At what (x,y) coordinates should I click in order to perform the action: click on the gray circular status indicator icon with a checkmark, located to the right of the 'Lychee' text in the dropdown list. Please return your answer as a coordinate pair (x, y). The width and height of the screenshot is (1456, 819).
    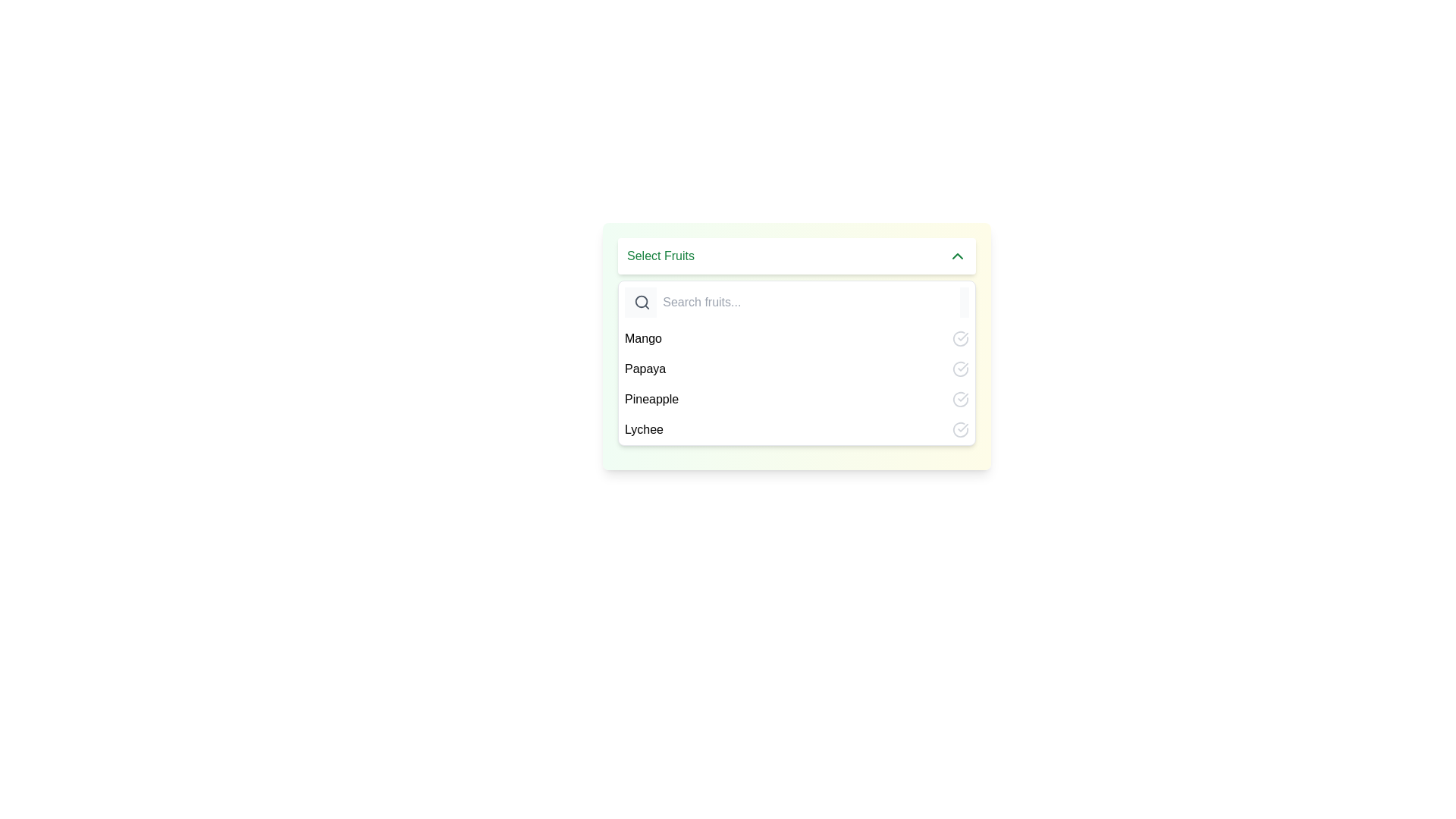
    Looking at the image, I should click on (960, 430).